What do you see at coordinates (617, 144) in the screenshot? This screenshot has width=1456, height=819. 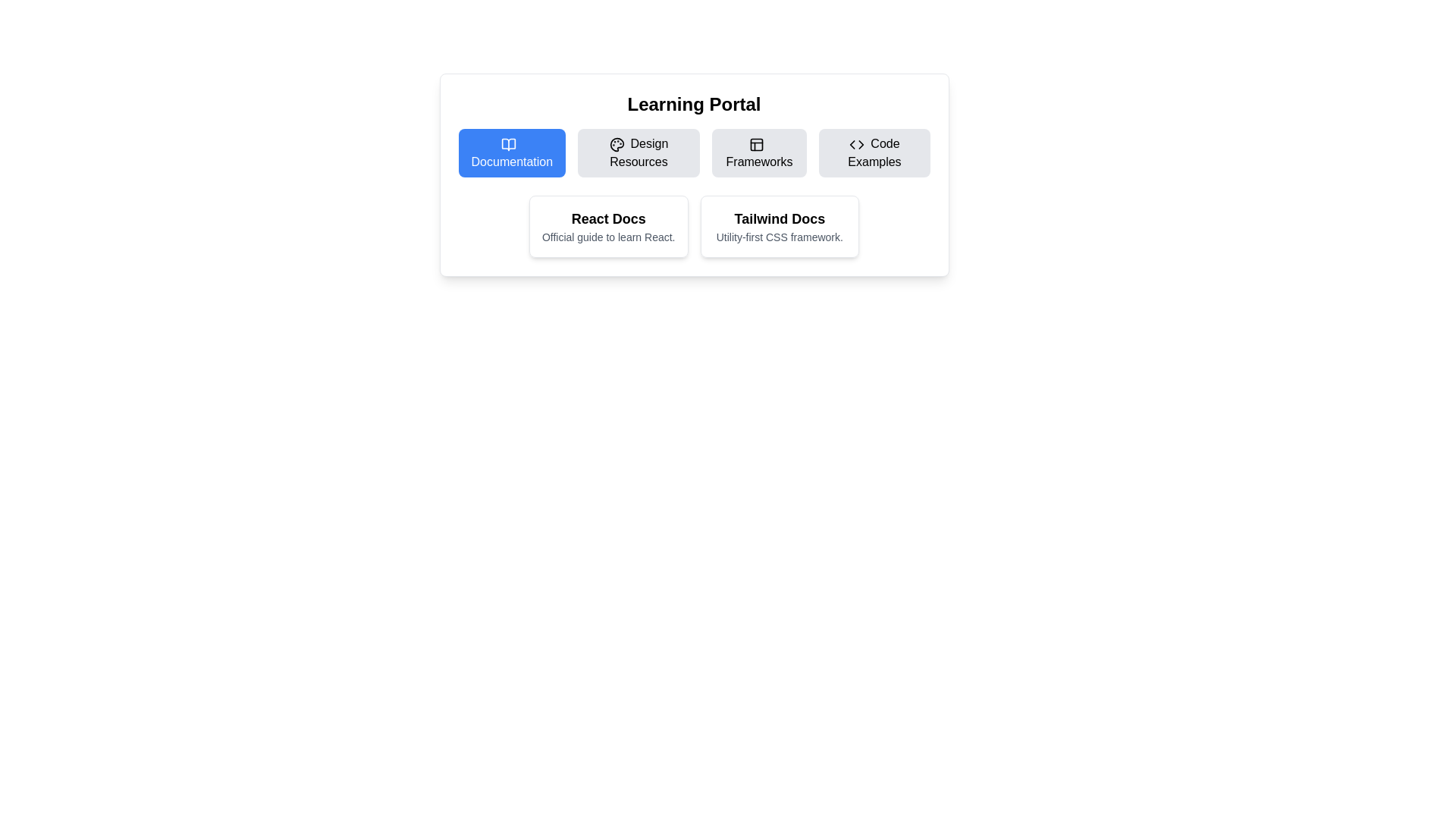 I see `the SVG icon depicting a palette tool, which is located to the left of the 'Design Resources' text within the button labeled 'Design Resources'` at bounding box center [617, 144].